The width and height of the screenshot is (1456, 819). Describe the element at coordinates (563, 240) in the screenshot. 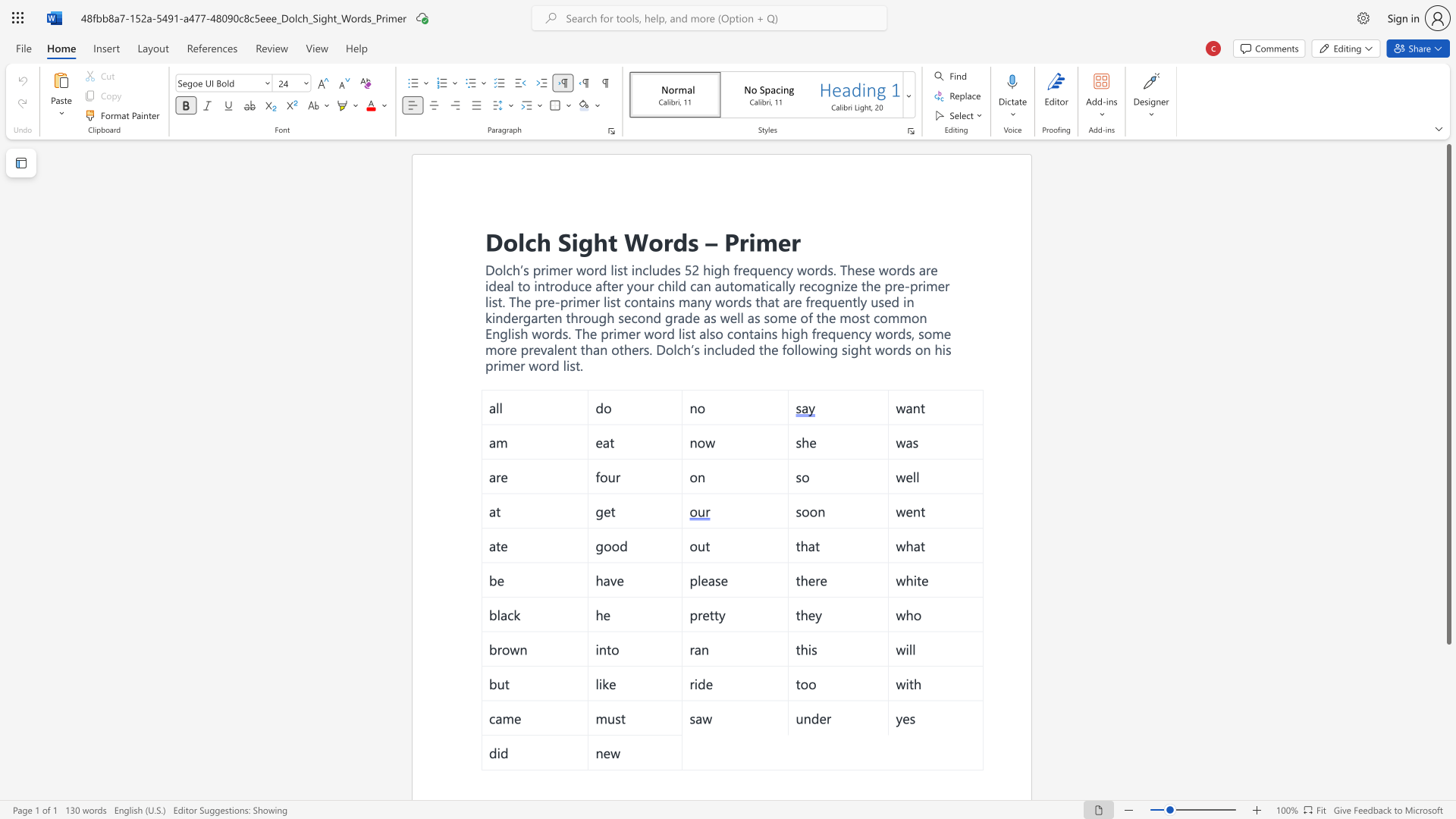

I see `the 1th character "S" in the text` at that location.